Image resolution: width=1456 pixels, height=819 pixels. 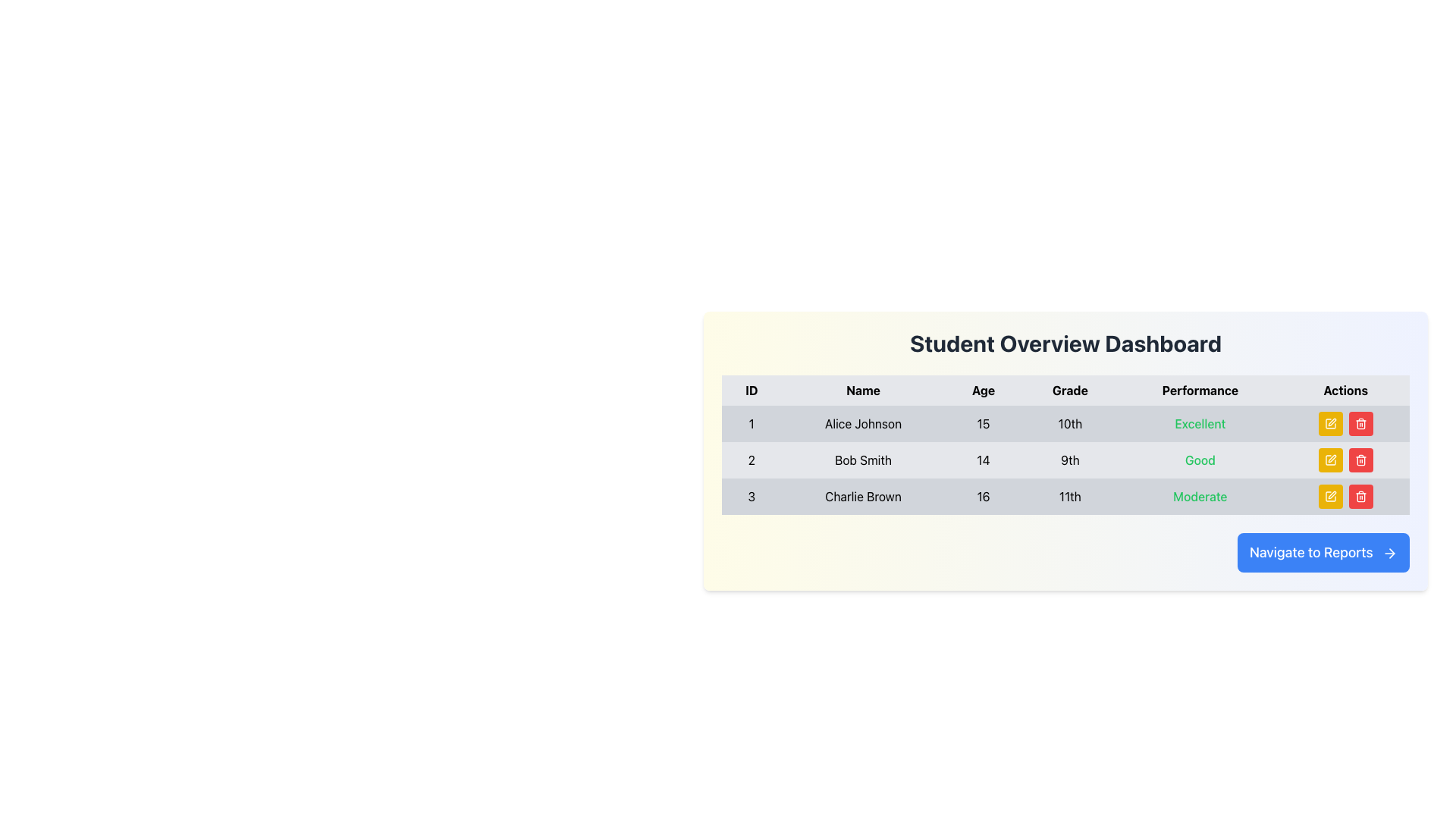 What do you see at coordinates (1360, 497) in the screenshot?
I see `the 'Delete' button (trash icon) located in the 'Actions' column of the third row in the 'Student Overview Dashboard' table` at bounding box center [1360, 497].